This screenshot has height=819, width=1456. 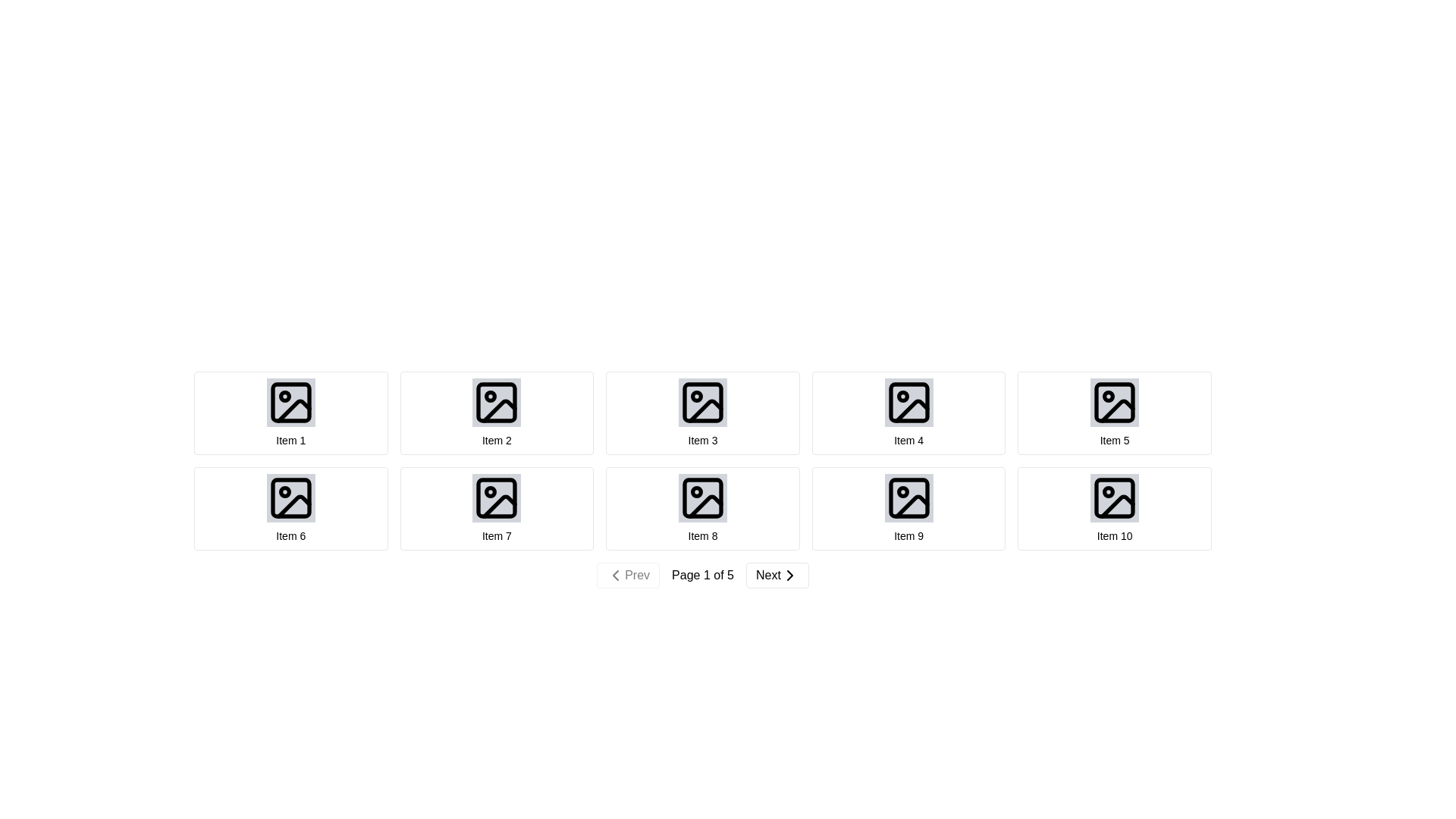 What do you see at coordinates (902, 491) in the screenshot?
I see `the Circular graphic element representing the sun, located at the top-left corner of the ninth icon in the grid layout` at bounding box center [902, 491].